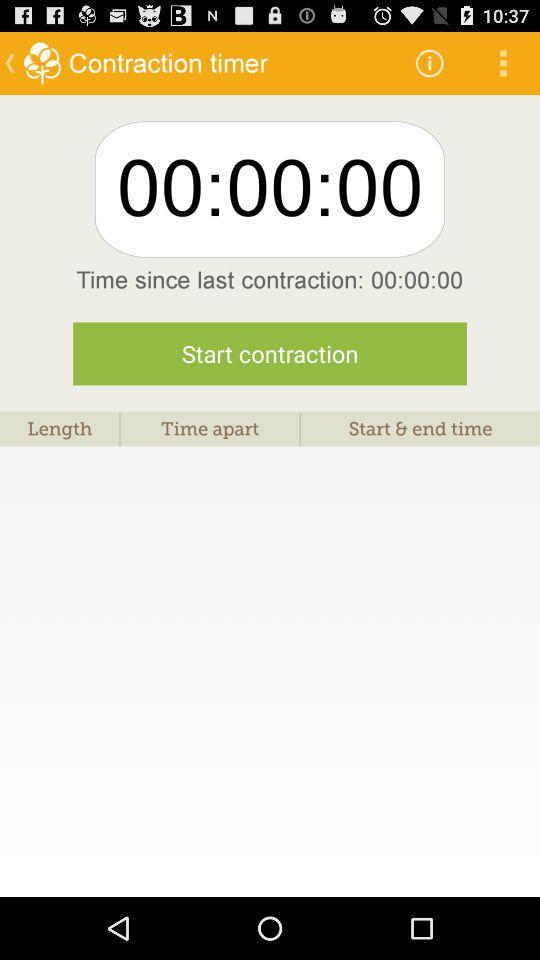 The image size is (540, 960). What do you see at coordinates (428, 62) in the screenshot?
I see `the icon next to contraction timer icon` at bounding box center [428, 62].